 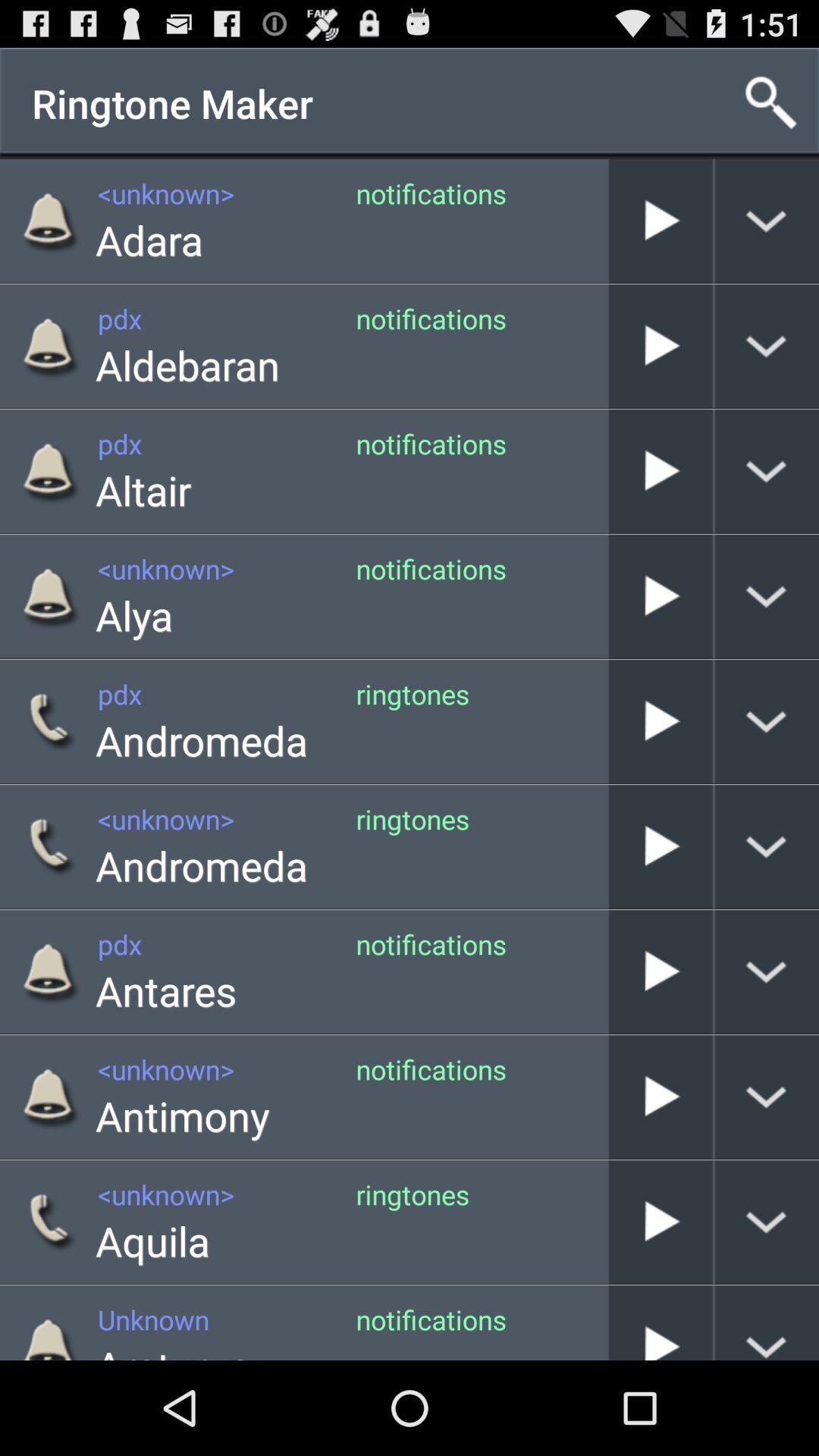 I want to click on alya, so click(x=660, y=595).